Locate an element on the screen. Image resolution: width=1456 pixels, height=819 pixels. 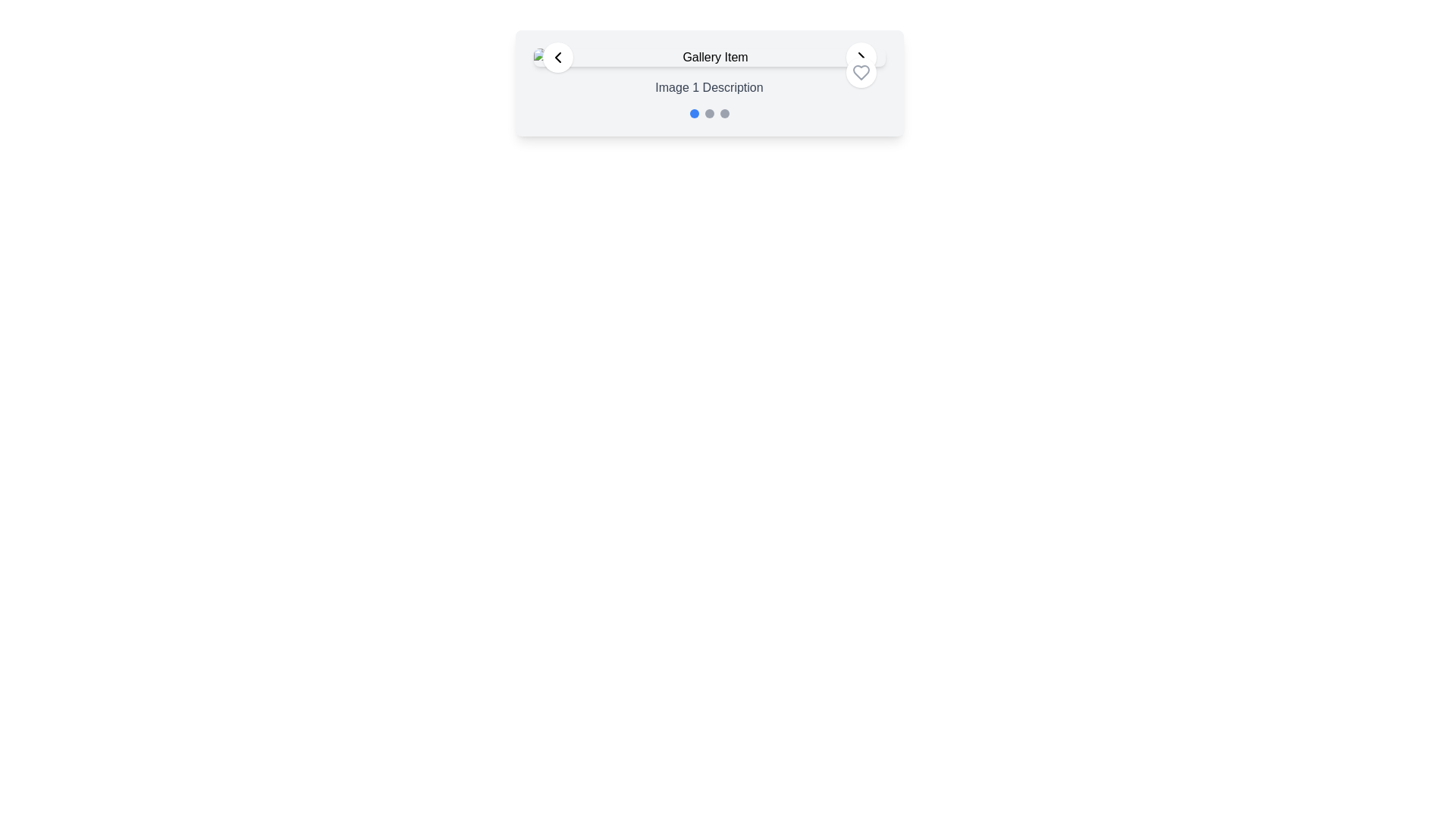
the 'Gallery Item' image, which is a rectangular image located at the top of the interface, centered horizontally and above the text description and pagination indicators is located at coordinates (708, 57).